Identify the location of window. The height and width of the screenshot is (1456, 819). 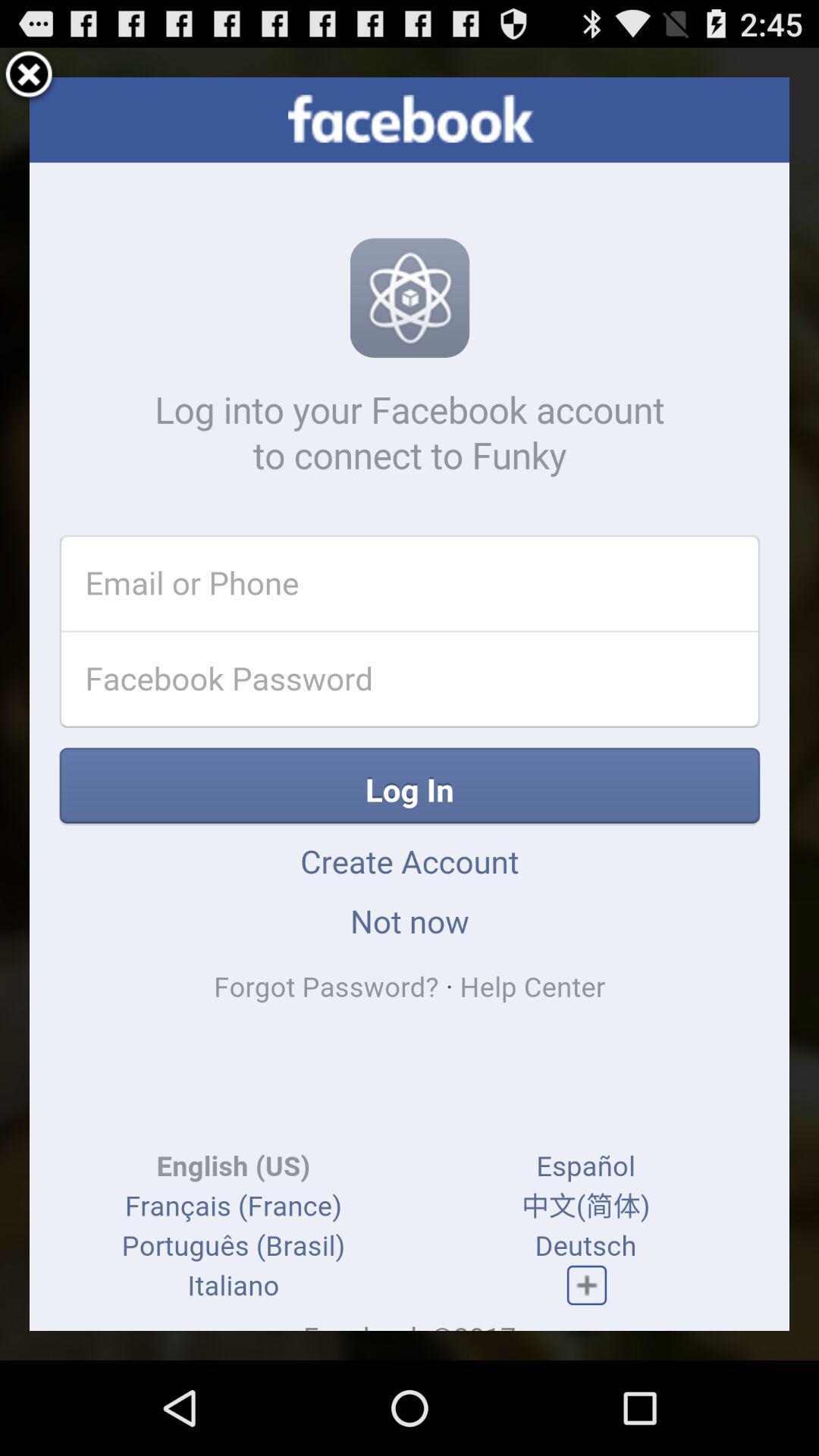
(29, 76).